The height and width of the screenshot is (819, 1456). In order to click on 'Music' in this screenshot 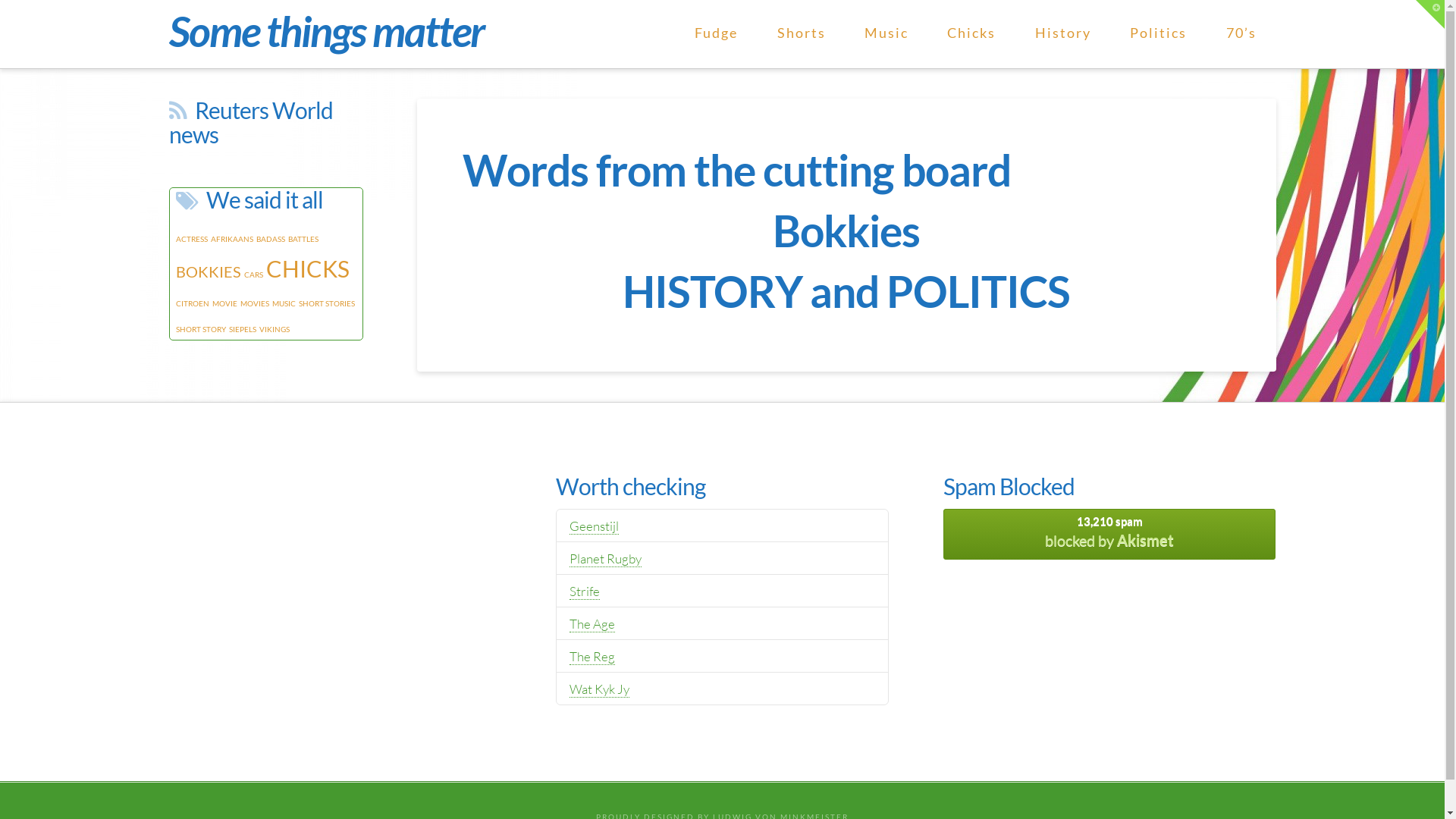, I will do `click(886, 34)`.